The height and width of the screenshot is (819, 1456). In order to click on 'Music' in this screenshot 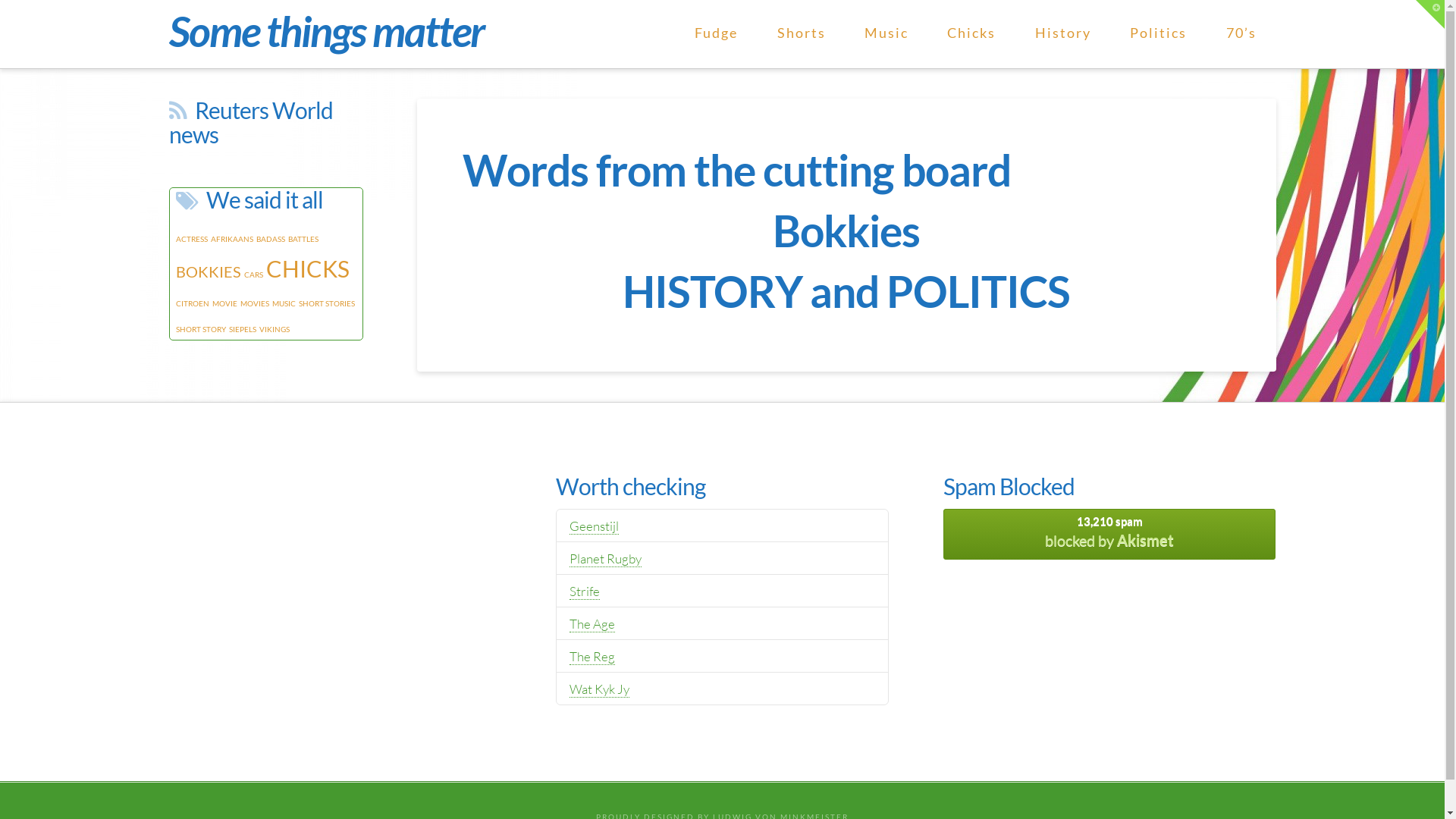, I will do `click(886, 34)`.